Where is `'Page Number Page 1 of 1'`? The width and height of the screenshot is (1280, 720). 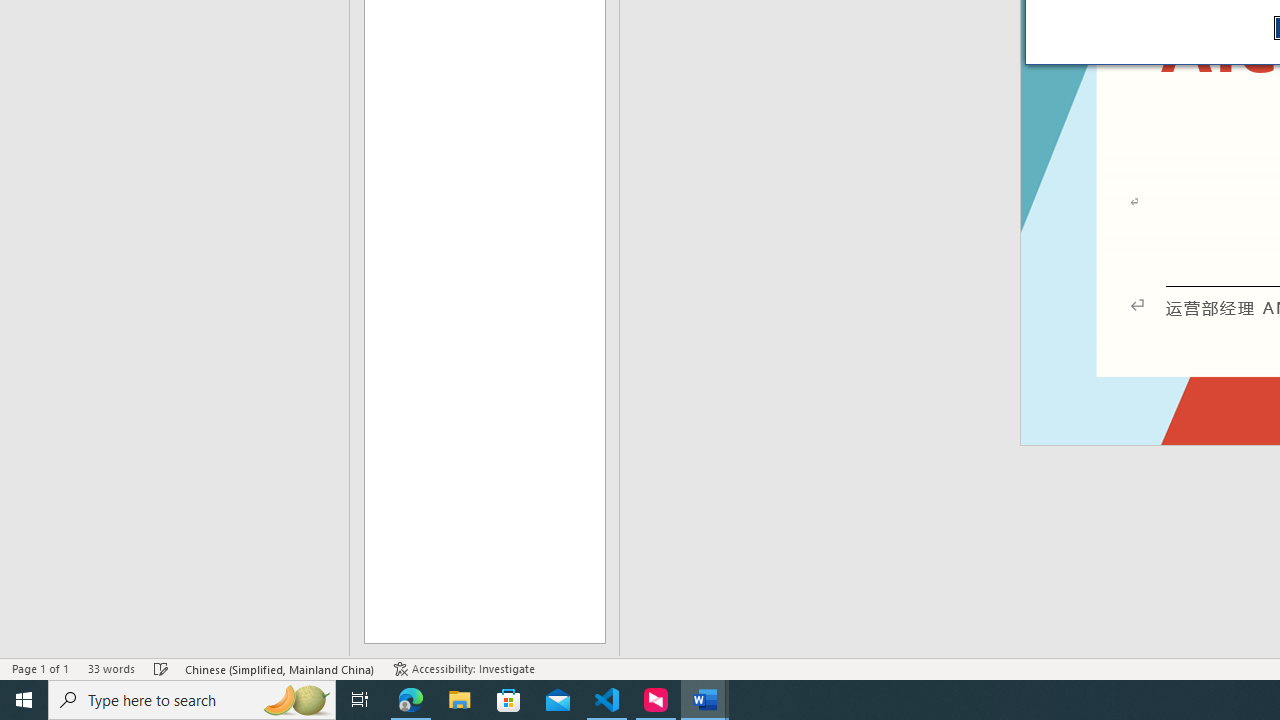
'Page Number Page 1 of 1' is located at coordinates (40, 669).